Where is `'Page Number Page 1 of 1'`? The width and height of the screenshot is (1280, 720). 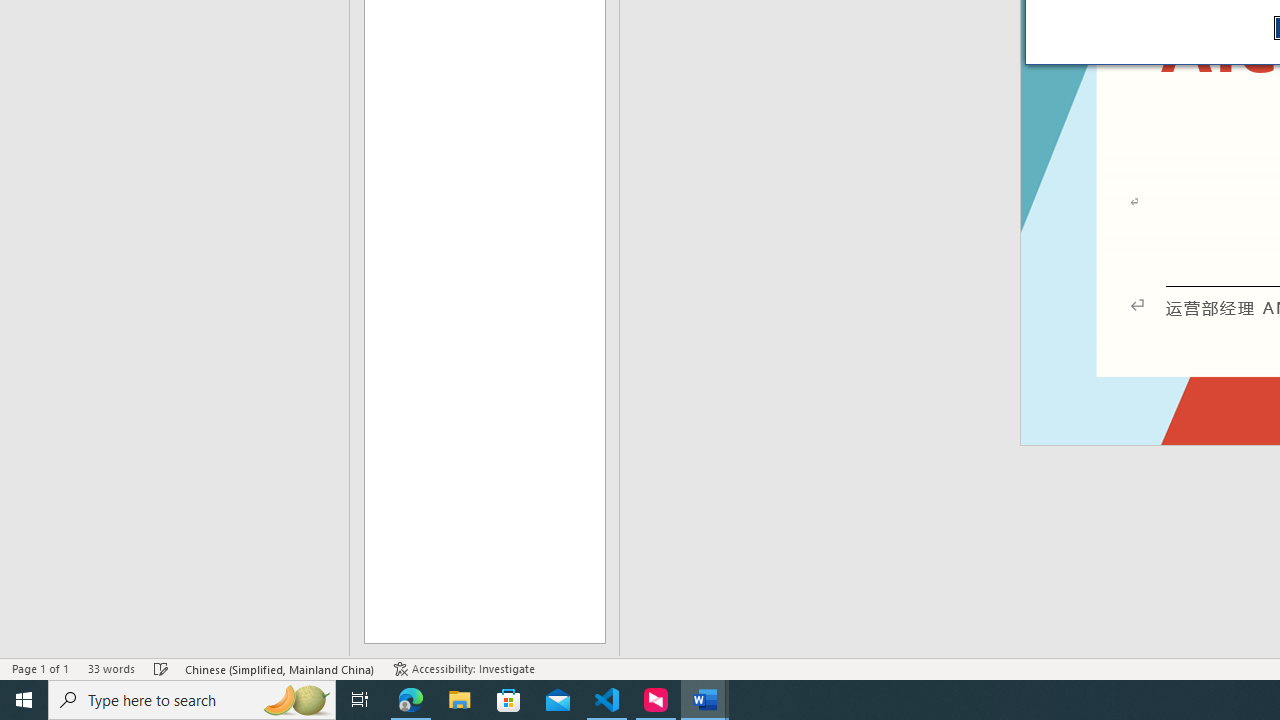
'Page Number Page 1 of 1' is located at coordinates (40, 669).